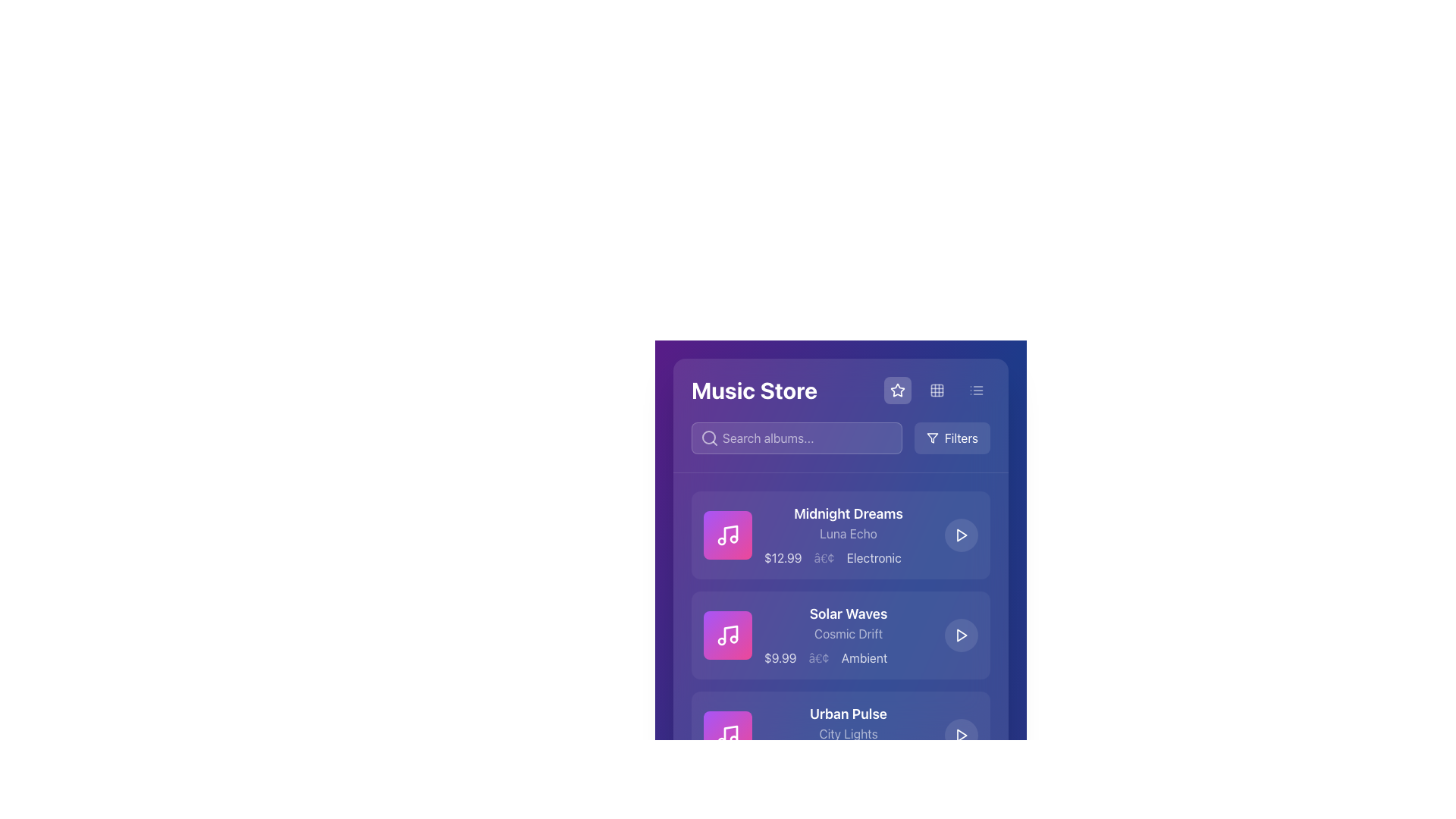  Describe the element at coordinates (960, 534) in the screenshot. I see `the triangular play icon button with white strokes situated within a circular button, located to the right of the 'Midnight Dreams' text description` at that location.